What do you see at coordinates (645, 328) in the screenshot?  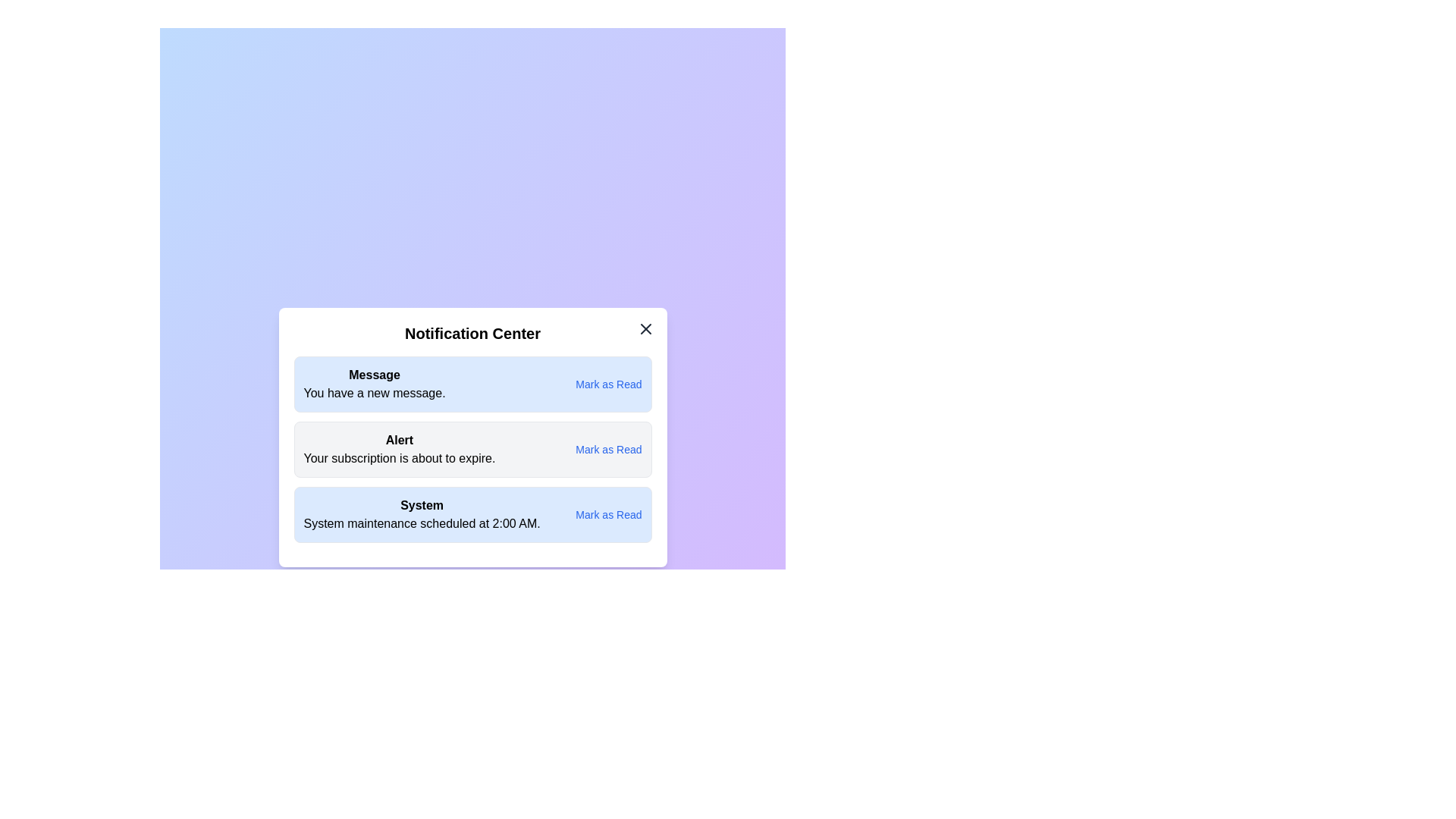 I see `close button at the top-right corner of the Notification Center` at bounding box center [645, 328].